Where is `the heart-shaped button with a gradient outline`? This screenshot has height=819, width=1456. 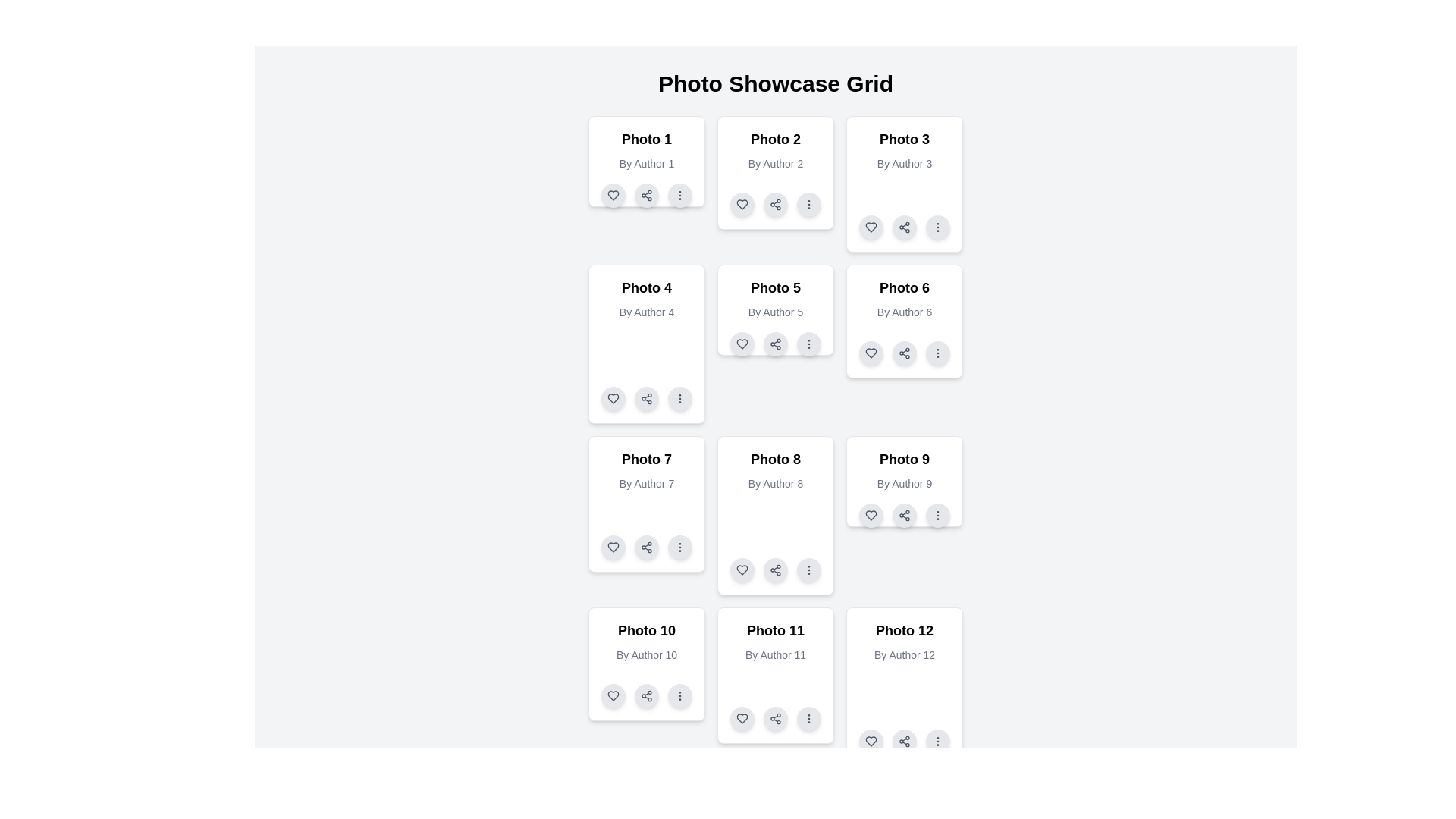 the heart-shaped button with a gradient outline is located at coordinates (871, 514).